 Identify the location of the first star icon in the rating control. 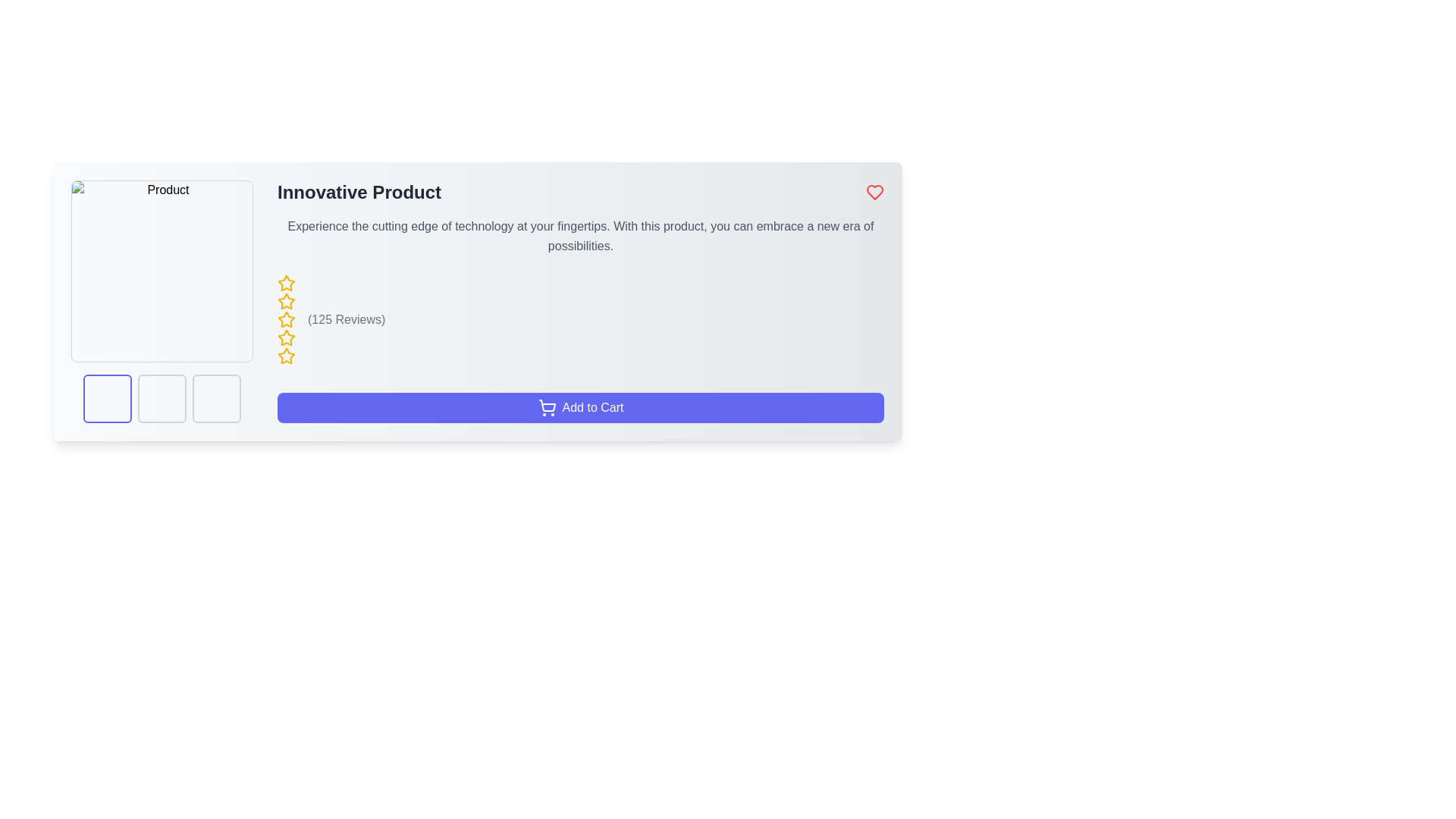
(287, 284).